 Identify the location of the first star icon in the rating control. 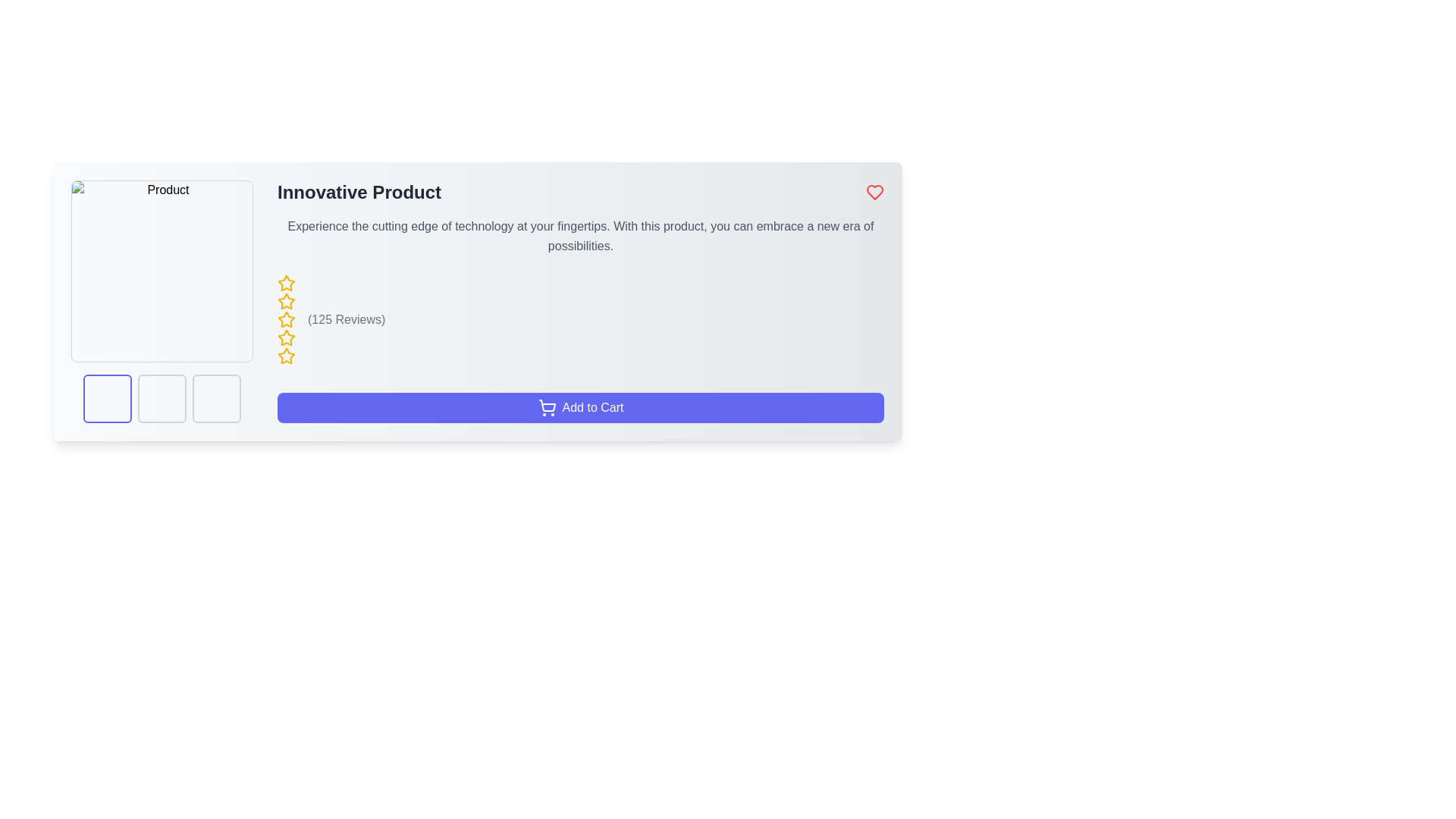
(287, 284).